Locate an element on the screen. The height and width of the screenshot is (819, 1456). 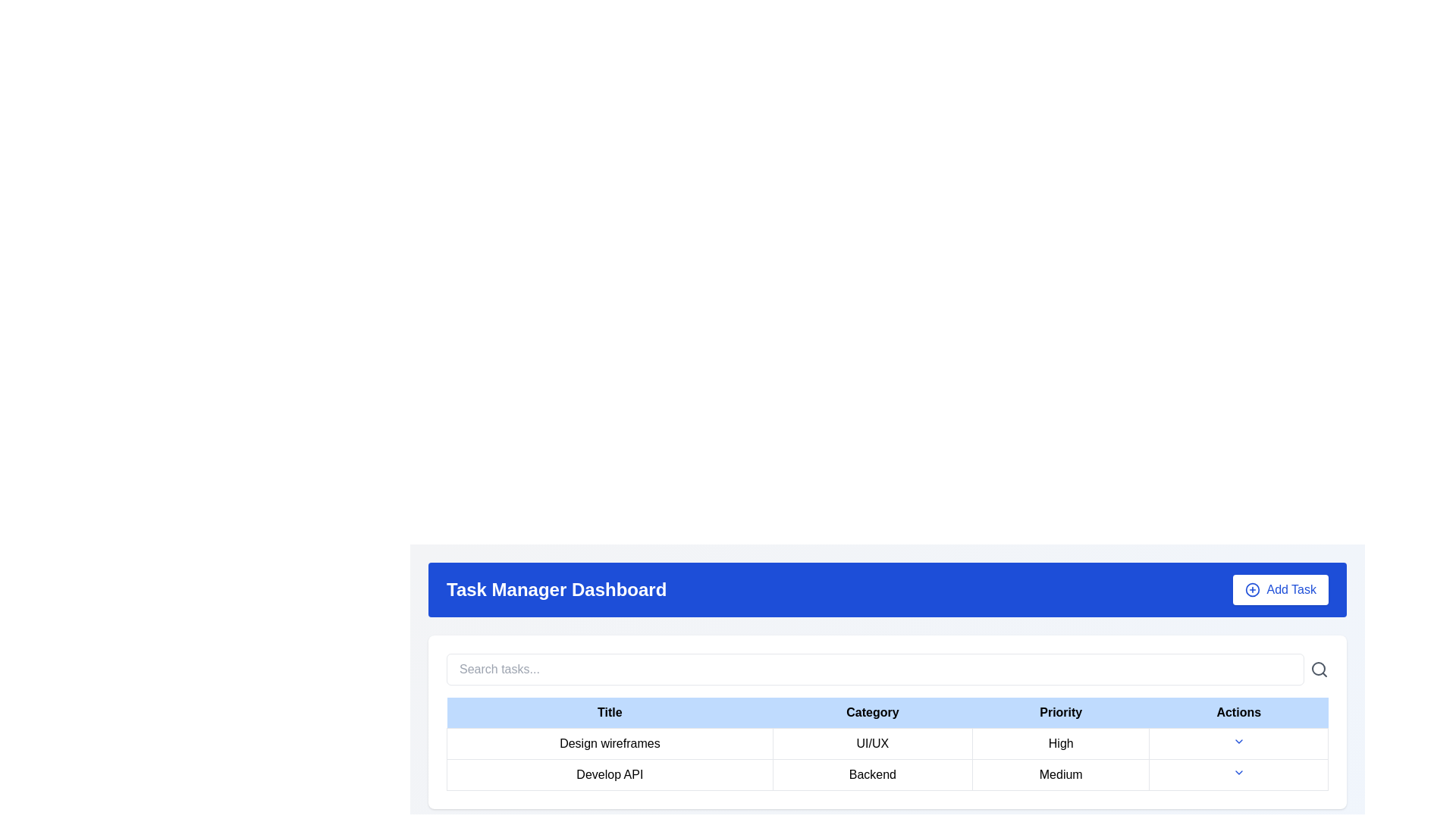
the circular blue outlined icon with a plus symbol located to the left of the 'Add Task' button in the upper section of the 'Task Manager Dashboard' interface is located at coordinates (1253, 589).